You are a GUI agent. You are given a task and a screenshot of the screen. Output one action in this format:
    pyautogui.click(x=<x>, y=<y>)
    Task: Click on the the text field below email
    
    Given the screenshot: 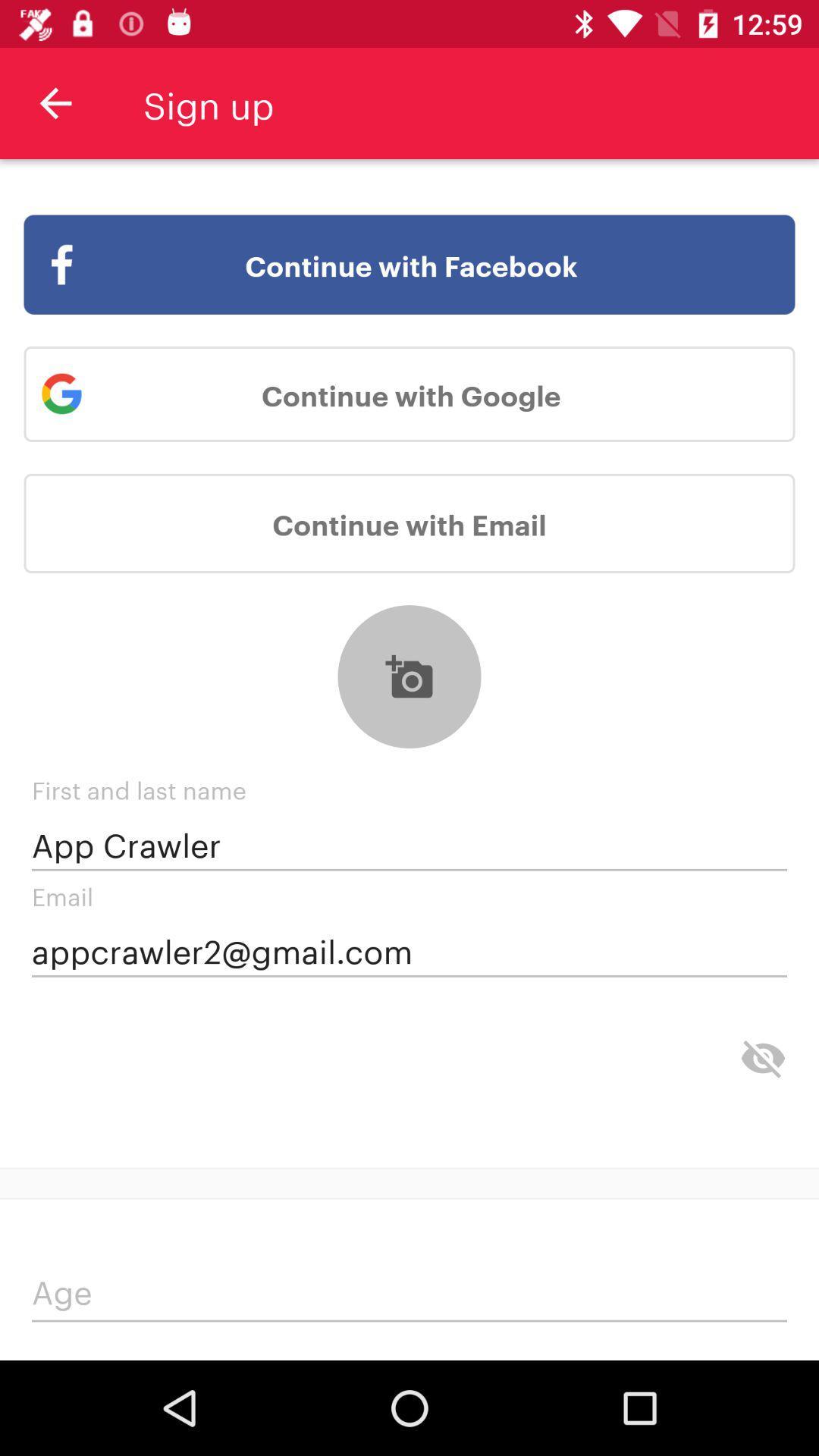 What is the action you would take?
    pyautogui.click(x=409, y=949)
    